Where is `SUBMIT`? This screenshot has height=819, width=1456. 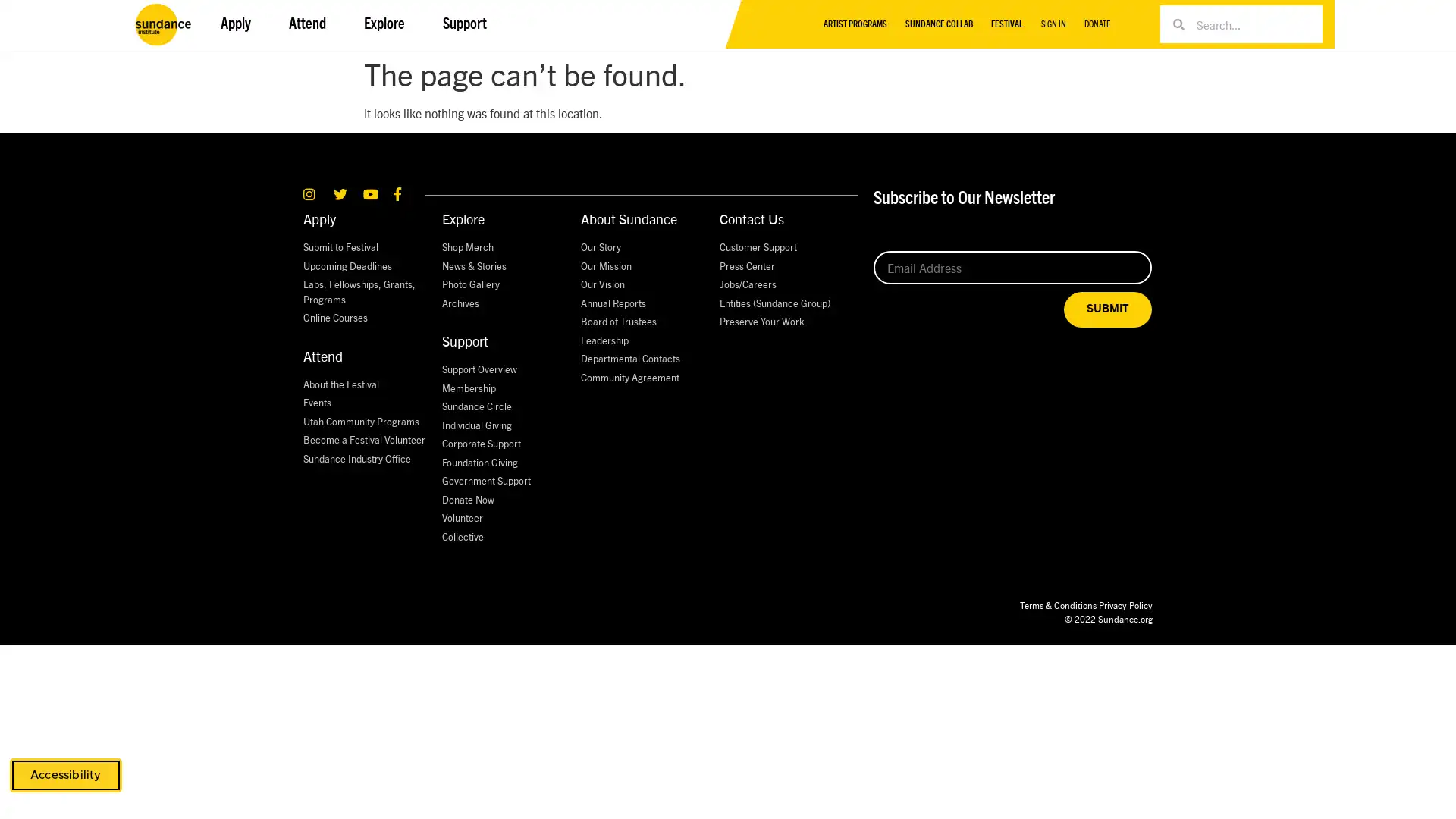
SUBMIT is located at coordinates (1107, 309).